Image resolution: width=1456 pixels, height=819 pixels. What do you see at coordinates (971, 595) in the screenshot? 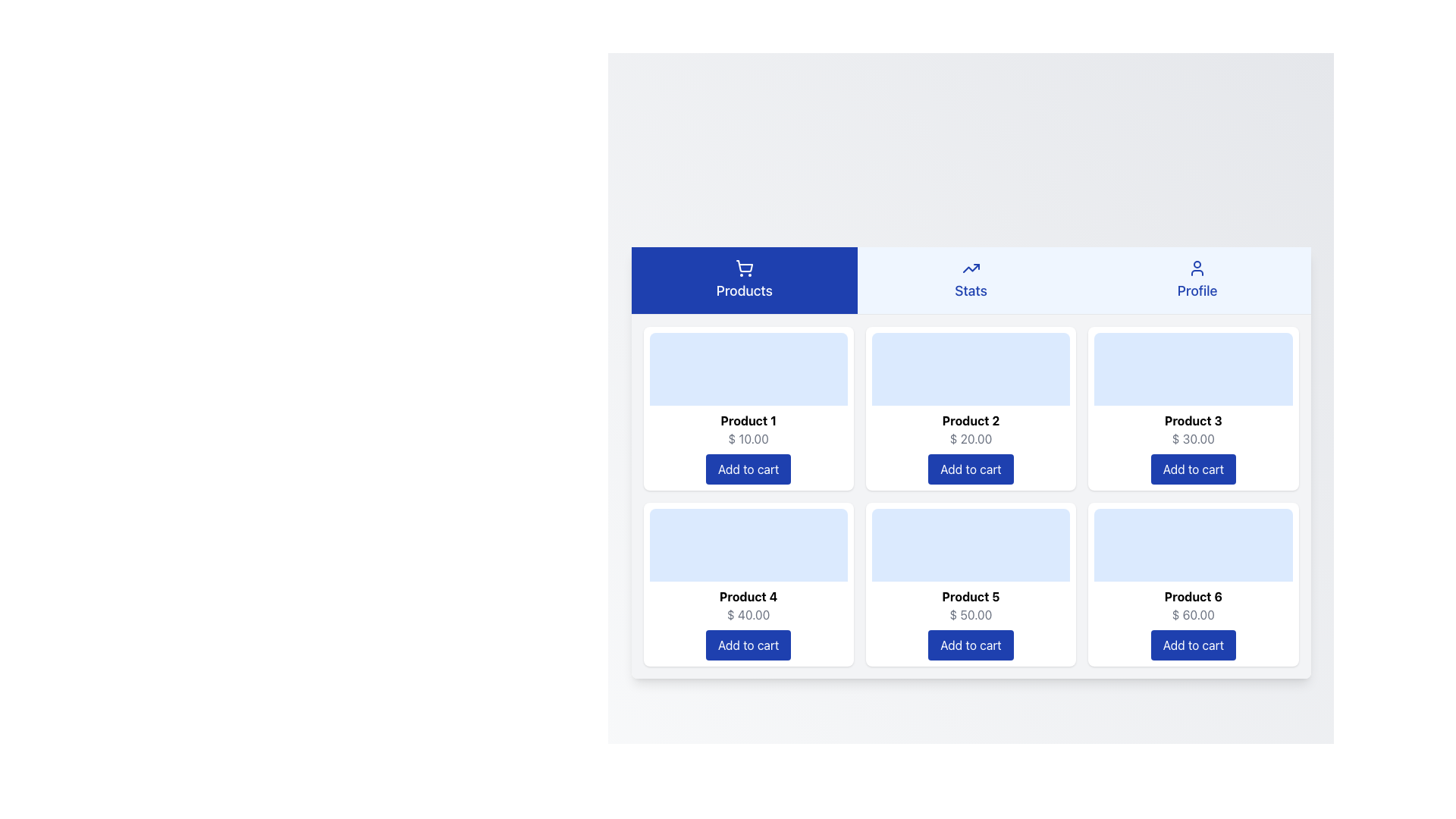
I see `bold text label displaying the name 'Product 5', which is prominently positioned at the top half of the product card, below the product image and above the price text` at bounding box center [971, 595].